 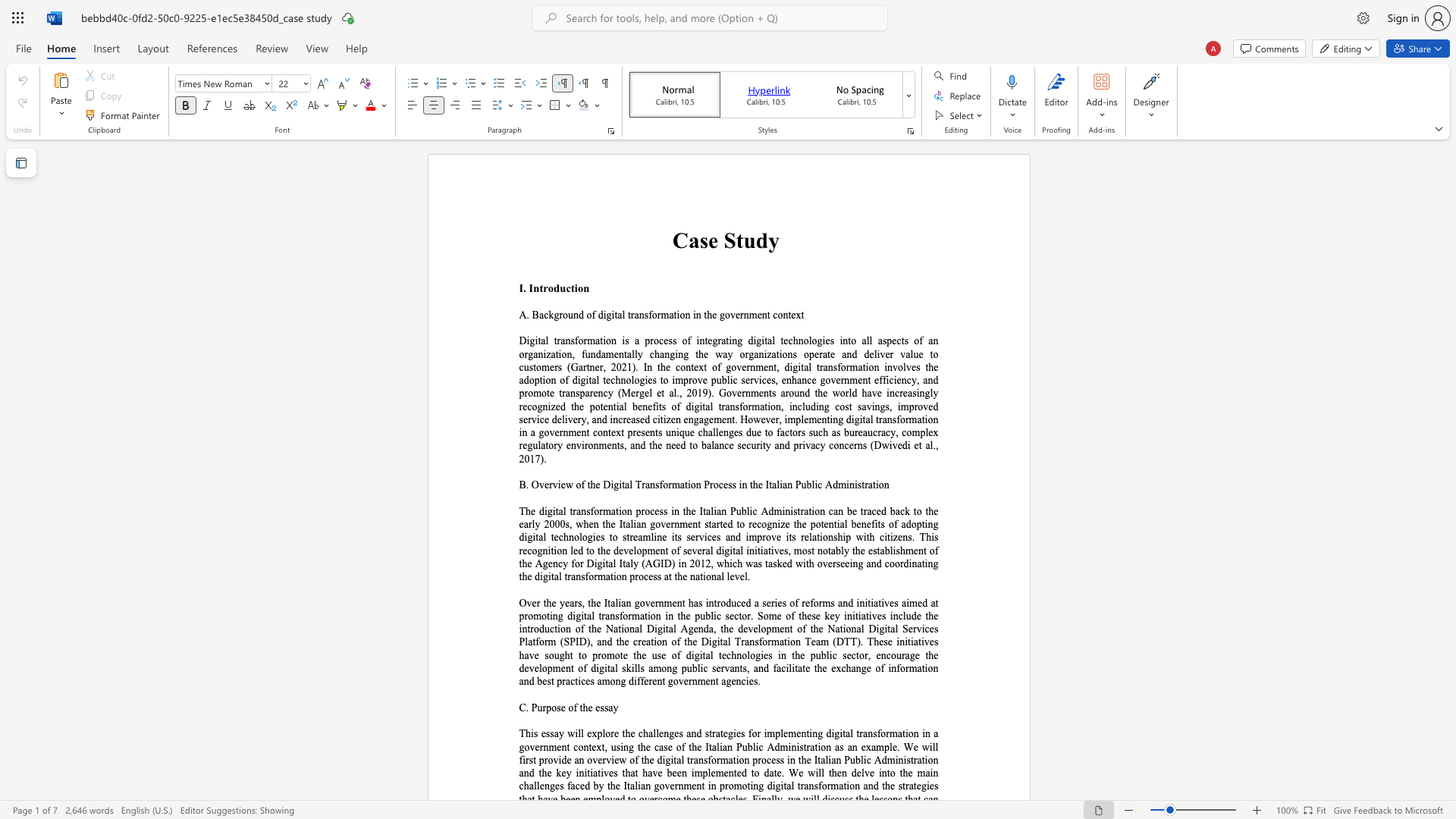 What do you see at coordinates (789, 667) in the screenshot?
I see `the subset text "litat" within the text "facilitate"` at bounding box center [789, 667].